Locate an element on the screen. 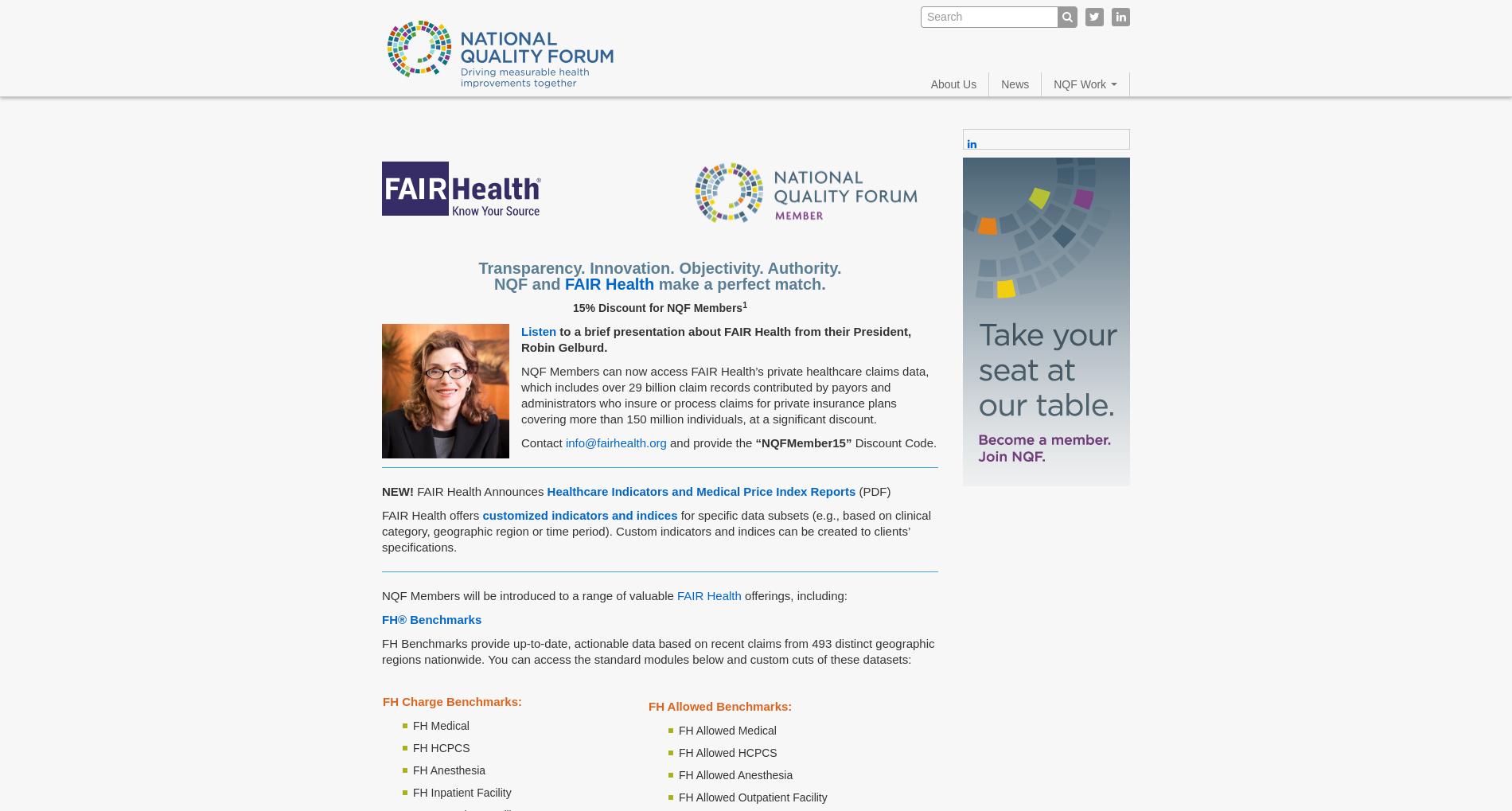 Image resolution: width=1512 pixels, height=811 pixels. 'for specific data subsets (e.g., based on clinical category, geographic region or time period). Custom indicators and indices can be created to clients’ specifications.' is located at coordinates (655, 530).